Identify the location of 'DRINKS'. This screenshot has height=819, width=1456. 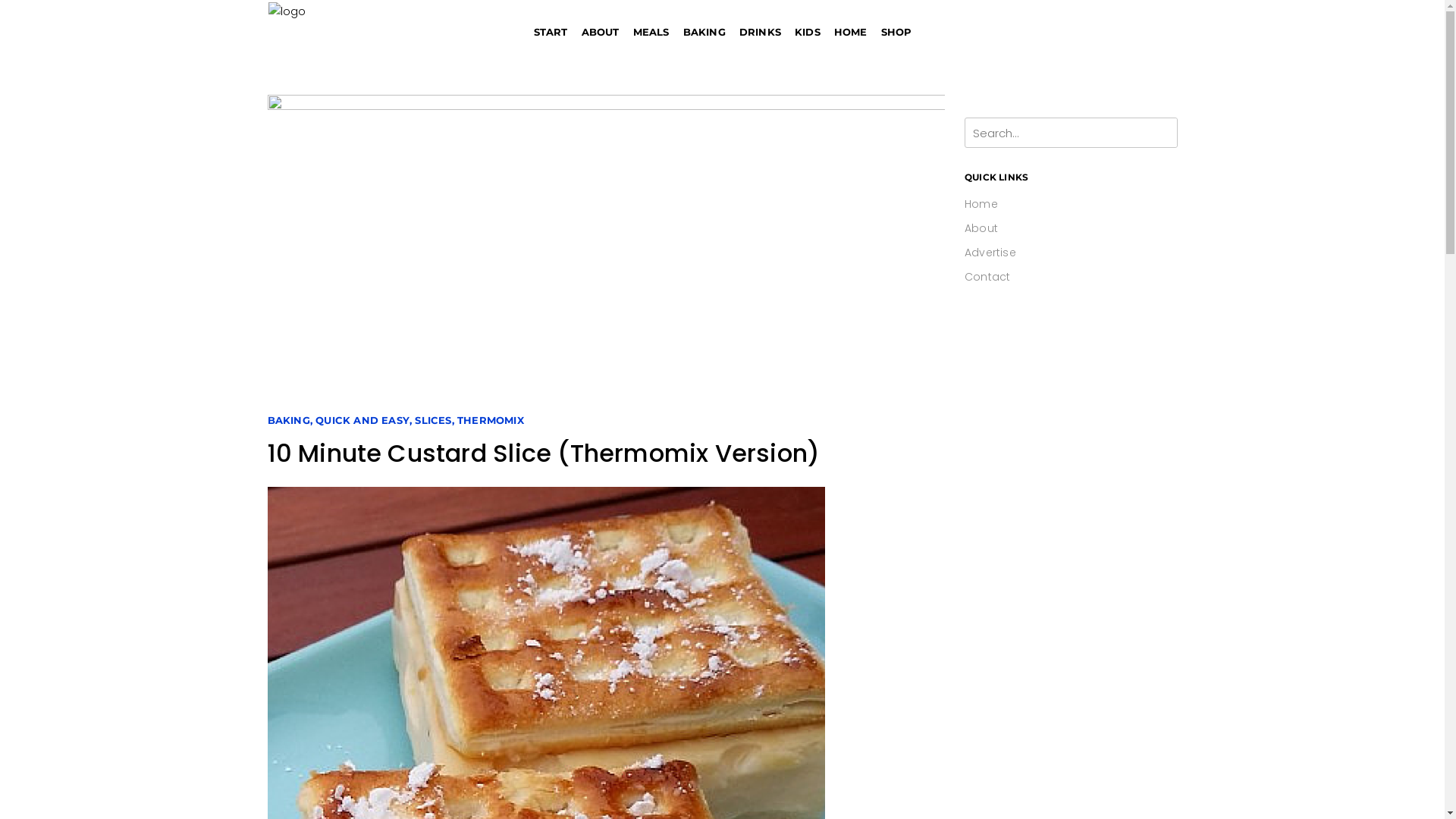
(760, 32).